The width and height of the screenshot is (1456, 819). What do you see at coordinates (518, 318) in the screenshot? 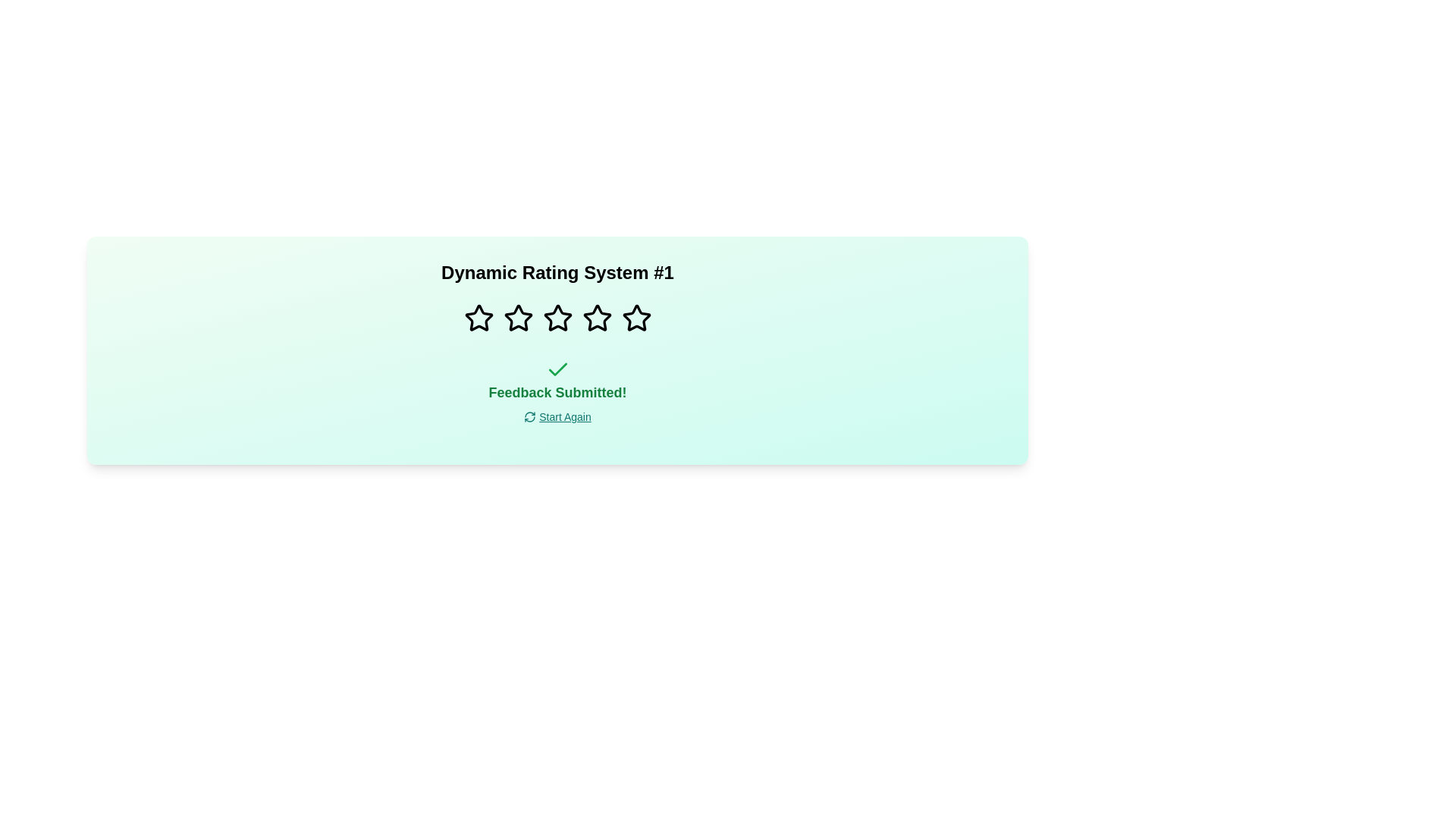
I see `the second star in the rating system` at bounding box center [518, 318].